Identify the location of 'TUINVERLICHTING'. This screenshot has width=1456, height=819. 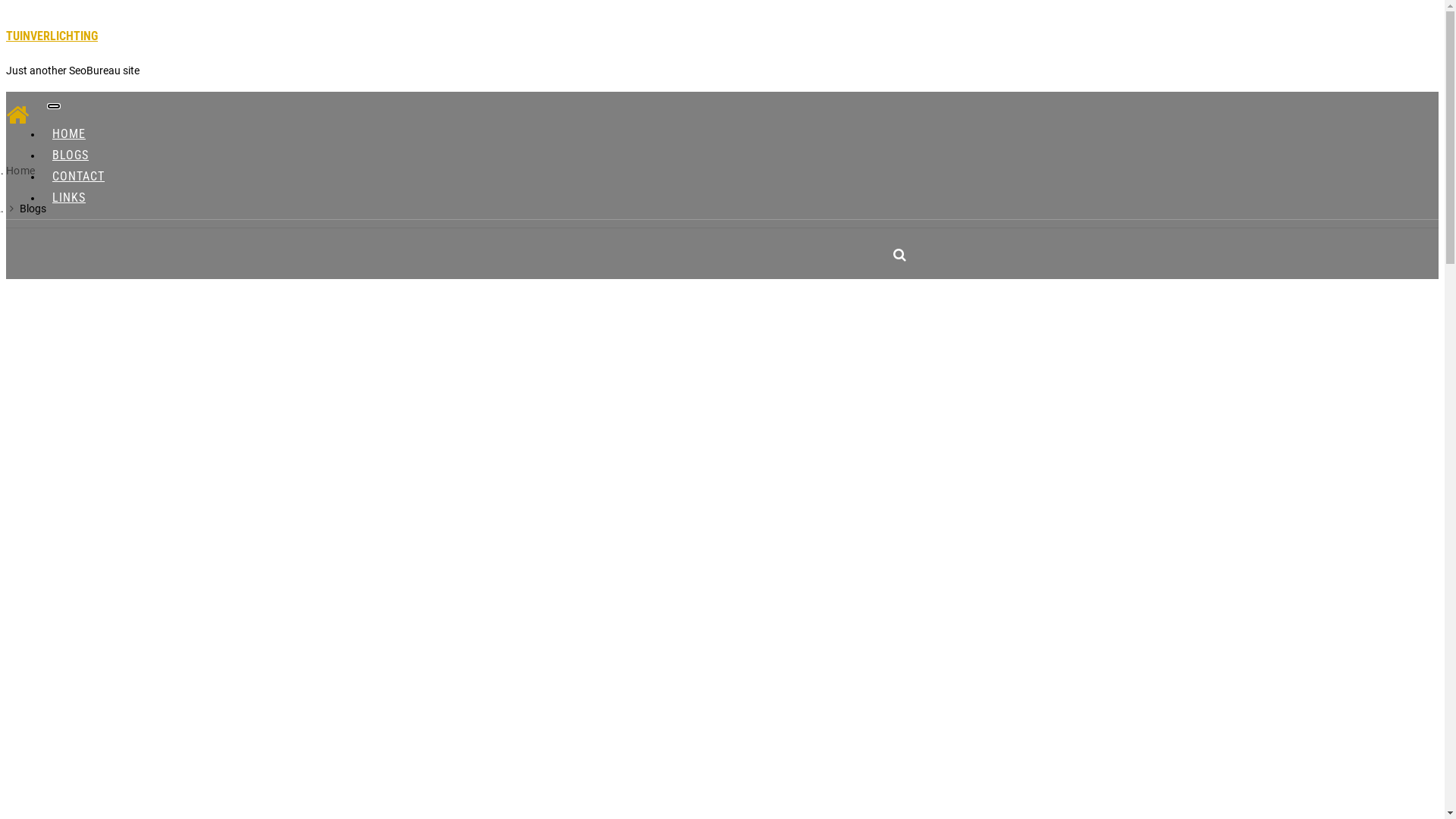
(52, 35).